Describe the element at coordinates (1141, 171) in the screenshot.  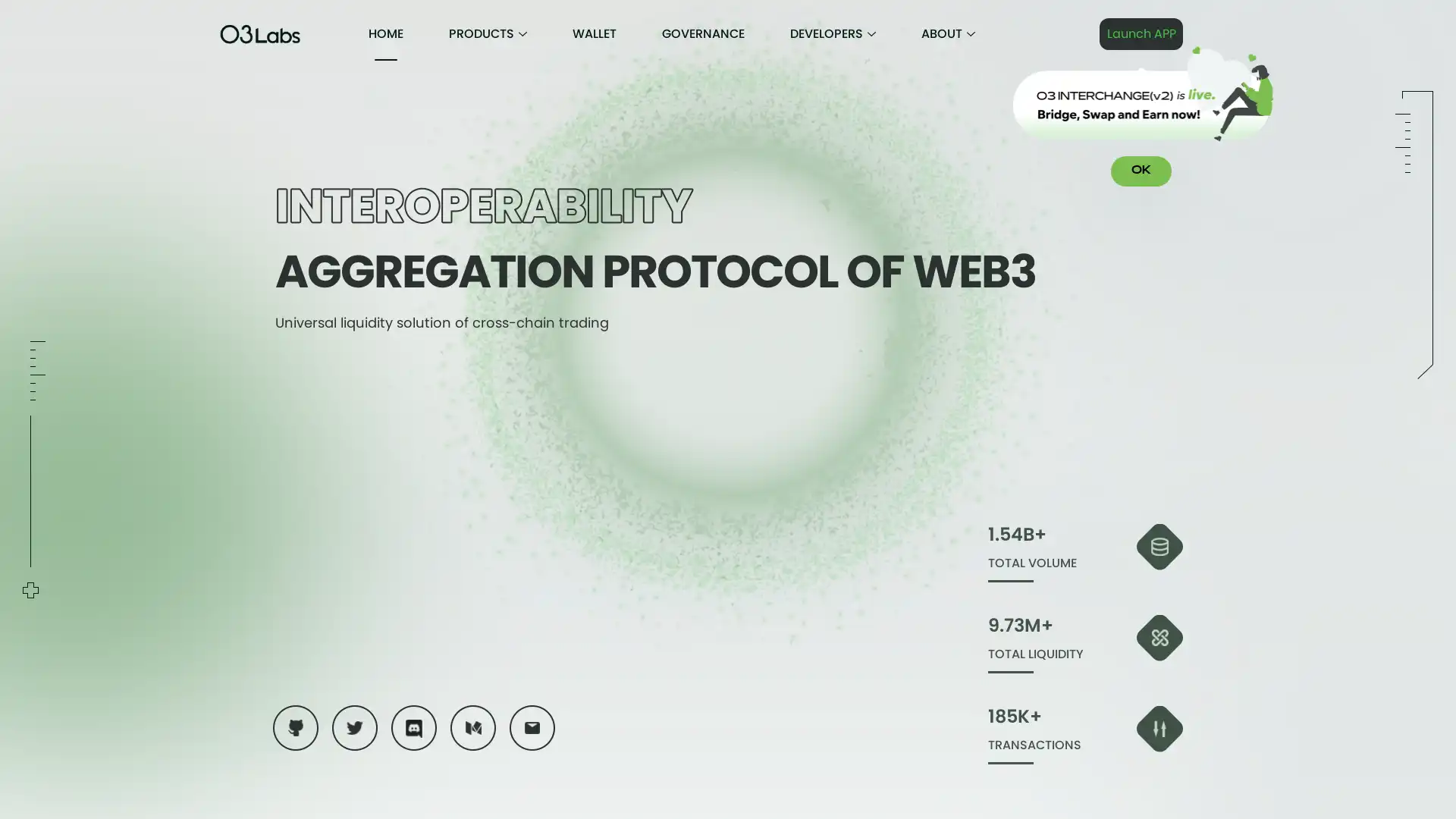
I see `OK` at that location.